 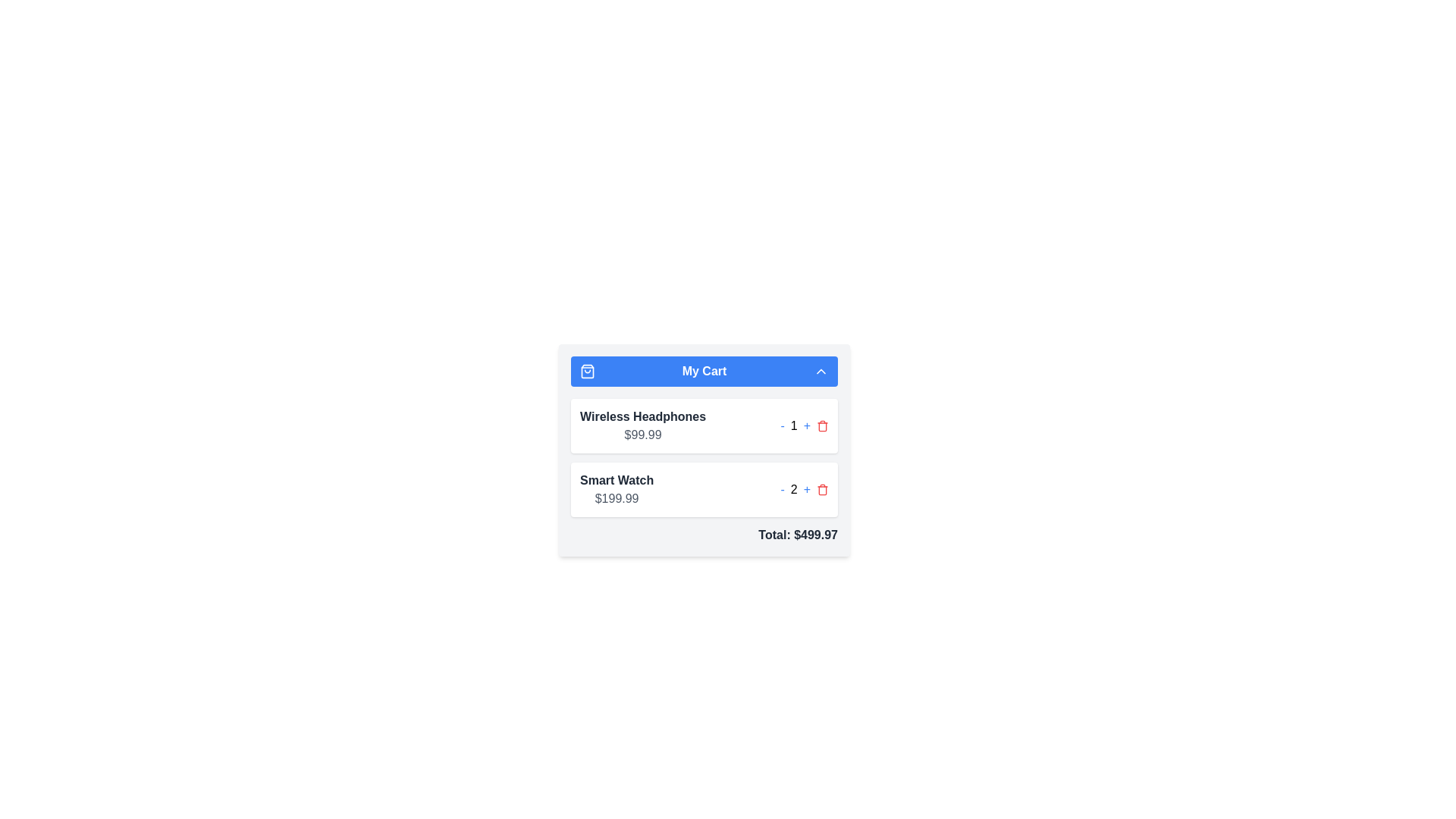 What do you see at coordinates (617, 499) in the screenshot?
I see `displayed price label for the product 'Smart Watch' located in the shopping cart, positioned below the product name` at bounding box center [617, 499].